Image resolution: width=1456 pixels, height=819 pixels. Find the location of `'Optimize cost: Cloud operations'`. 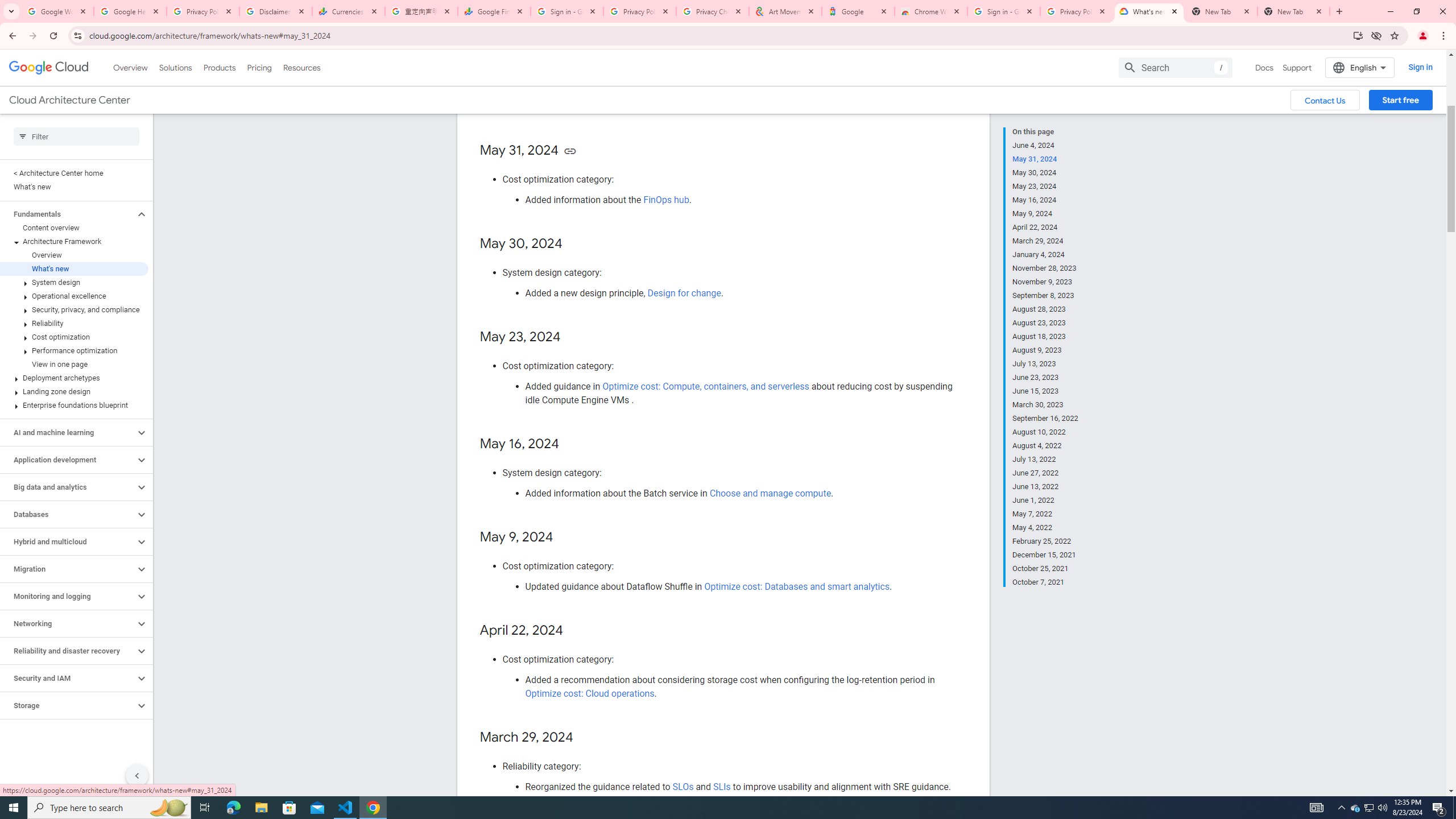

'Optimize cost: Cloud operations' is located at coordinates (590, 692).